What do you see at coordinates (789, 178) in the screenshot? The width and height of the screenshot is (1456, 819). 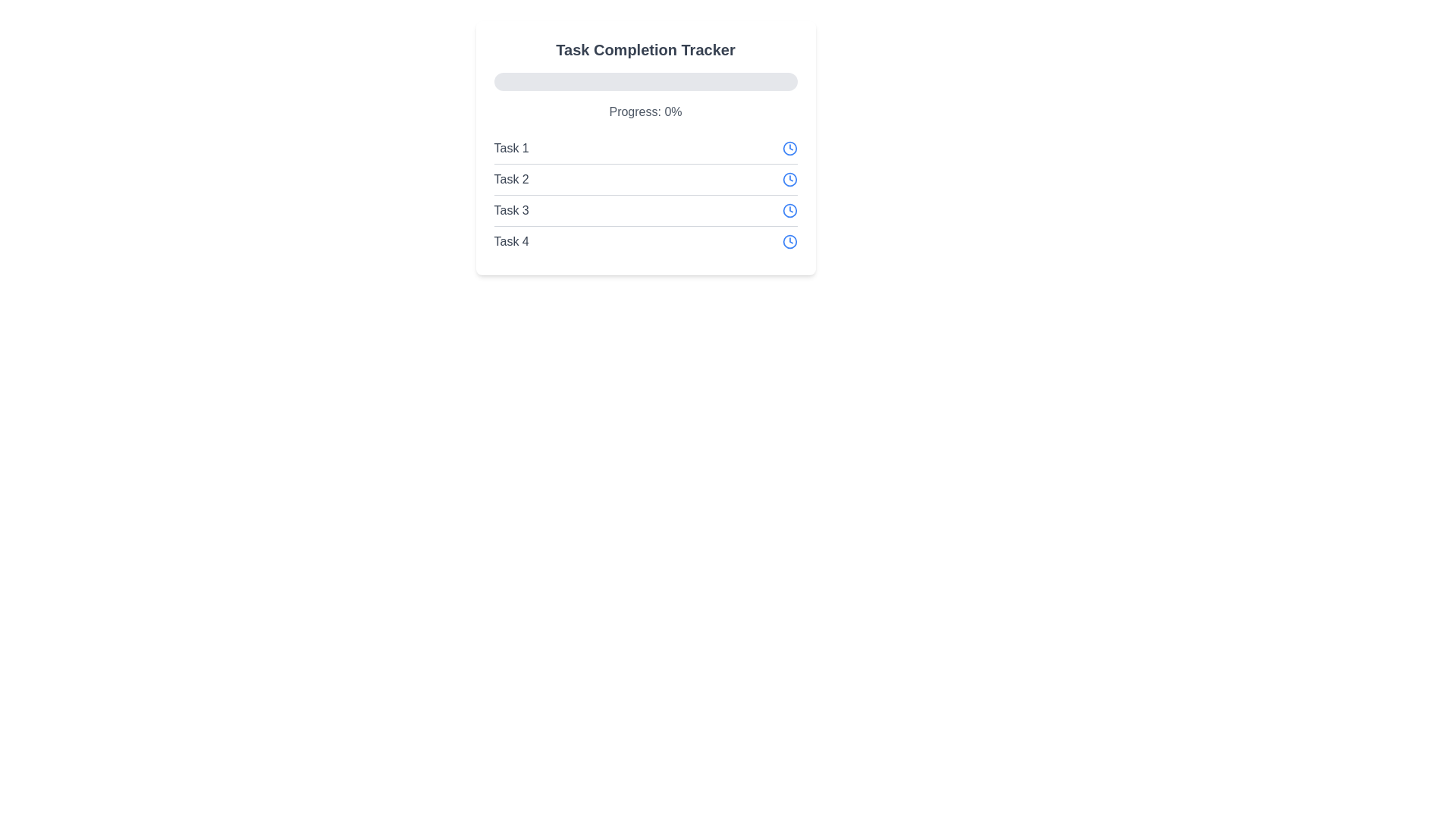 I see `the blue circular clock icon representing Task 2` at bounding box center [789, 178].